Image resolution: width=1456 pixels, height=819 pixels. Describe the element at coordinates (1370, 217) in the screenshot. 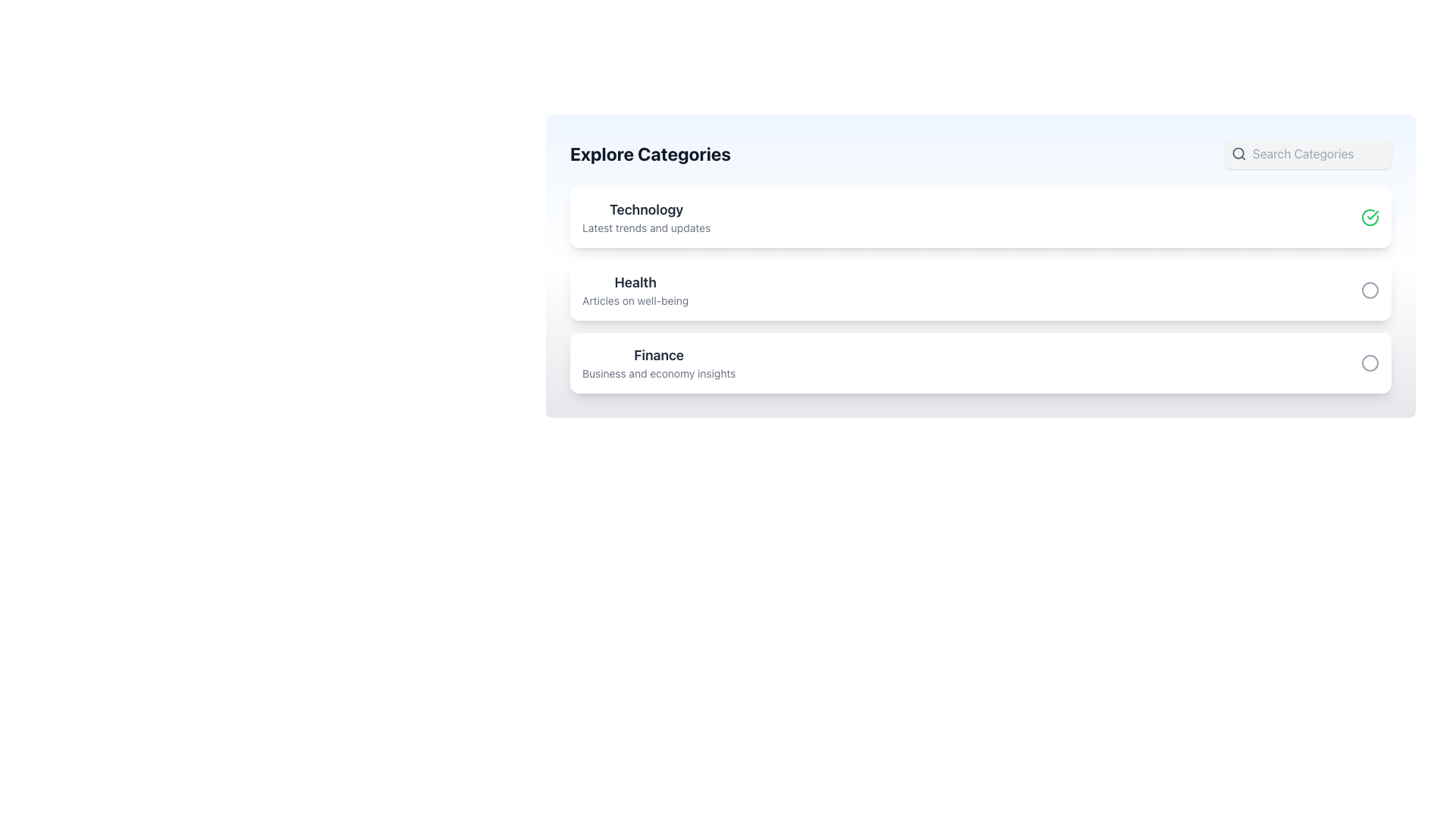

I see `the green circular icon featuring a checkmark located at the top-right corner of the 'Technology' category card` at that location.